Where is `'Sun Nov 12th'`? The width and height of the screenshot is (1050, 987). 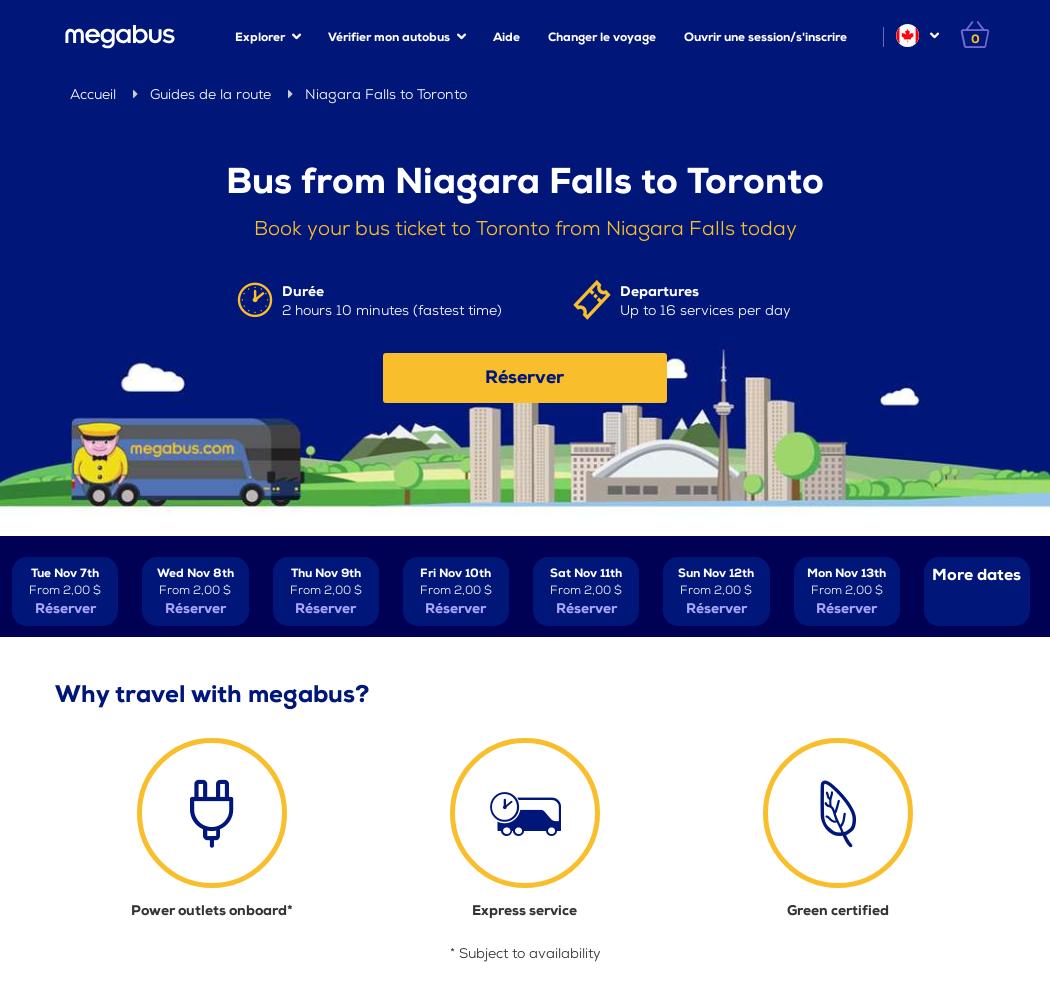
'Sun Nov 12th' is located at coordinates (714, 571).